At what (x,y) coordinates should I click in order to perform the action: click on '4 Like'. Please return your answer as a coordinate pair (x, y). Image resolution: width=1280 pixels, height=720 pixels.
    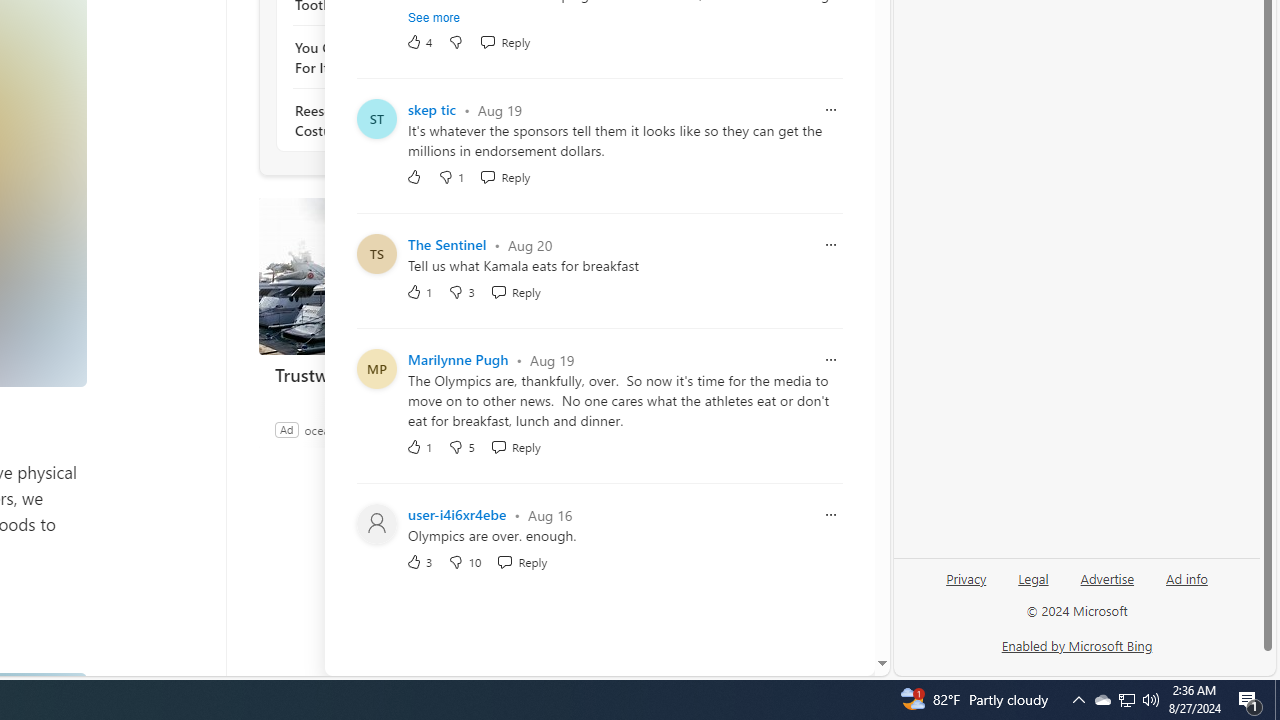
    Looking at the image, I should click on (418, 42).